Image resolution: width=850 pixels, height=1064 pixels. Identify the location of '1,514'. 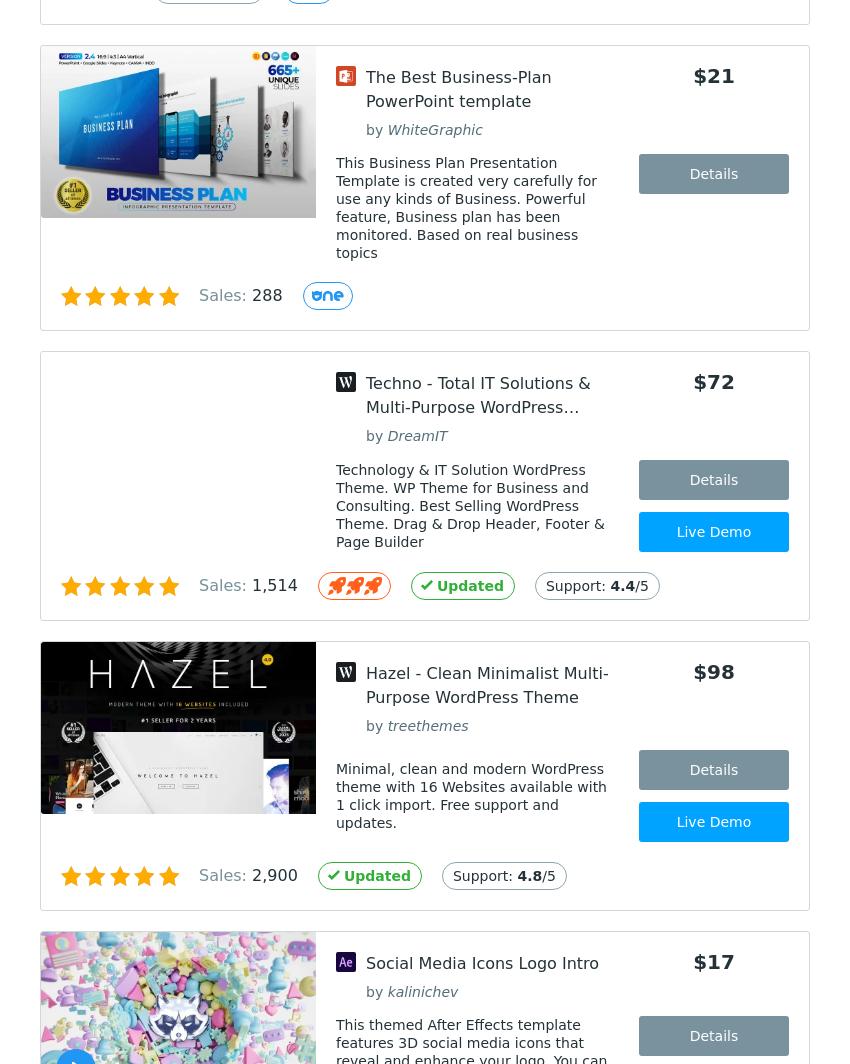
(273, 585).